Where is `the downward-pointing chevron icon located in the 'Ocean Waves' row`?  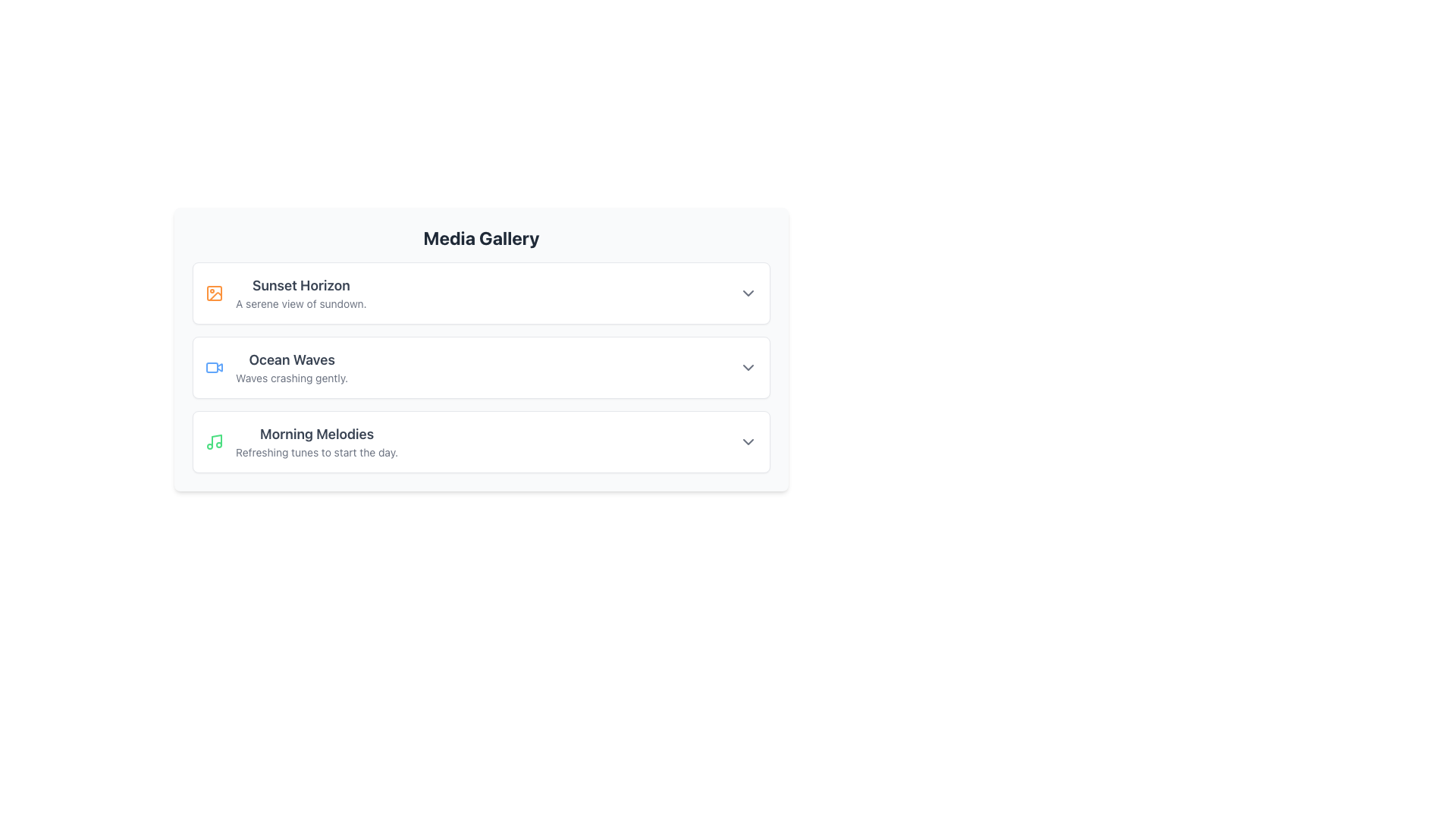
the downward-pointing chevron icon located in the 'Ocean Waves' row is located at coordinates (748, 368).